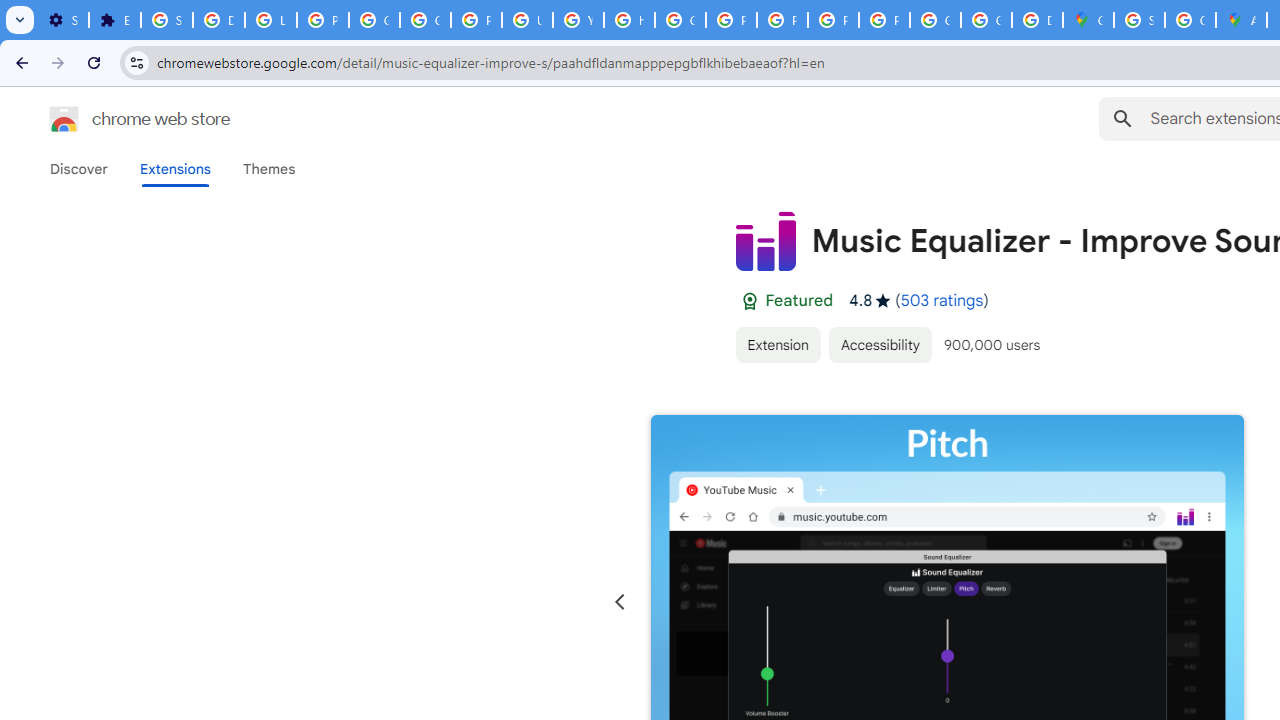 This screenshot has height=720, width=1280. I want to click on 'Privacy Help Center - Policies Help', so click(730, 20).